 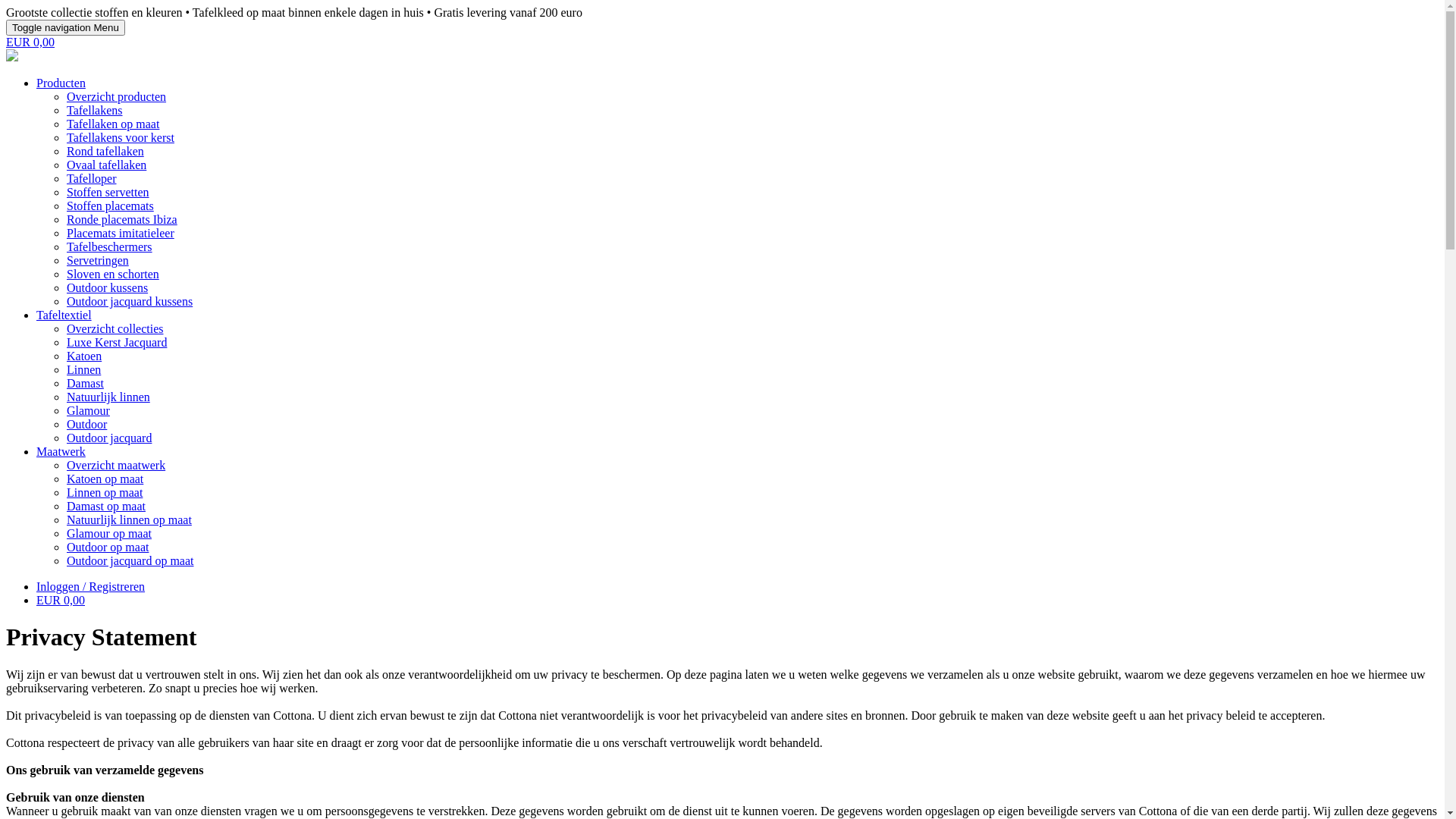 What do you see at coordinates (119, 137) in the screenshot?
I see `'Tafellakens voor kerst'` at bounding box center [119, 137].